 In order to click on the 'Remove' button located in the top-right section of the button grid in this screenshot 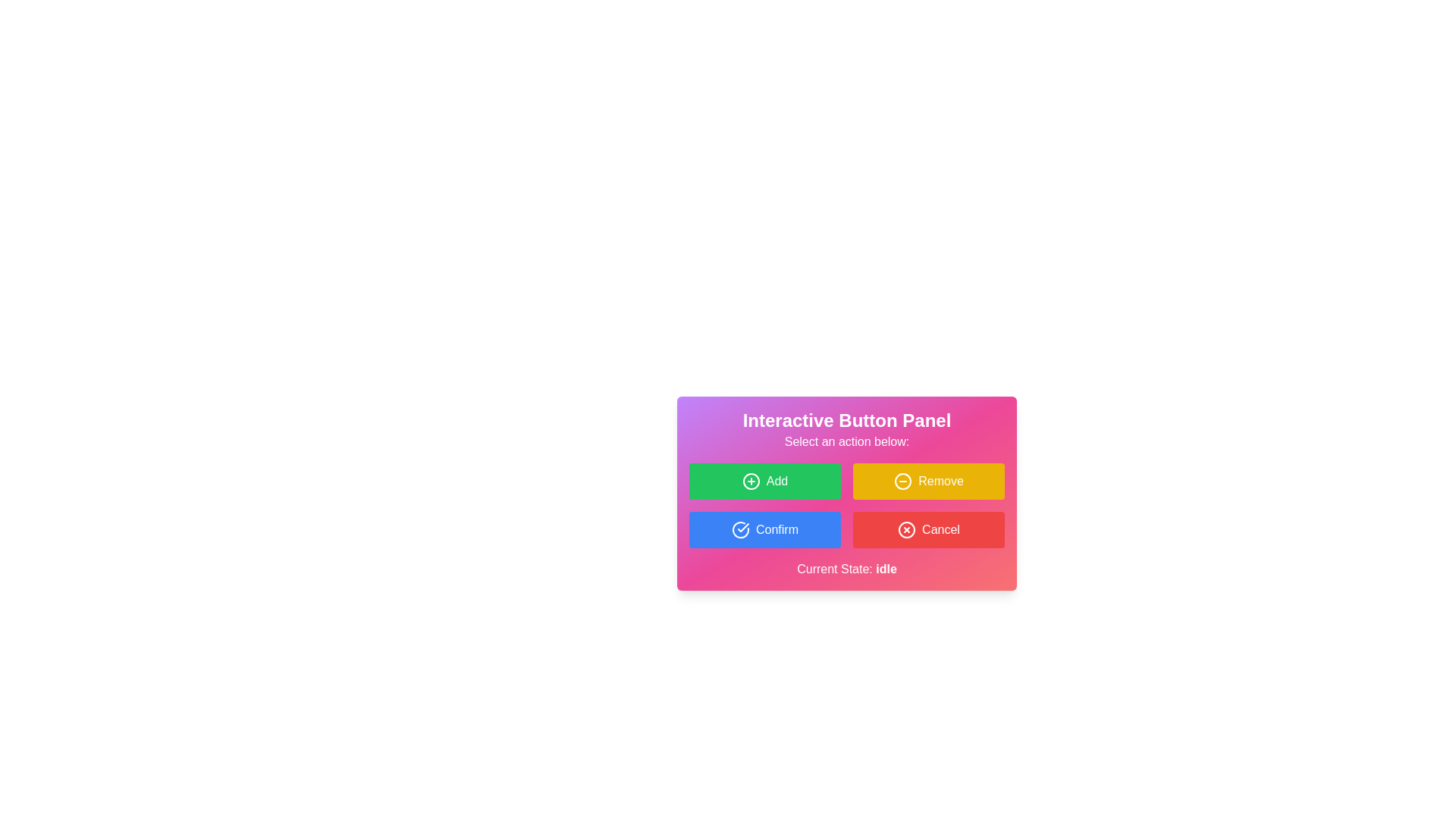, I will do `click(927, 482)`.